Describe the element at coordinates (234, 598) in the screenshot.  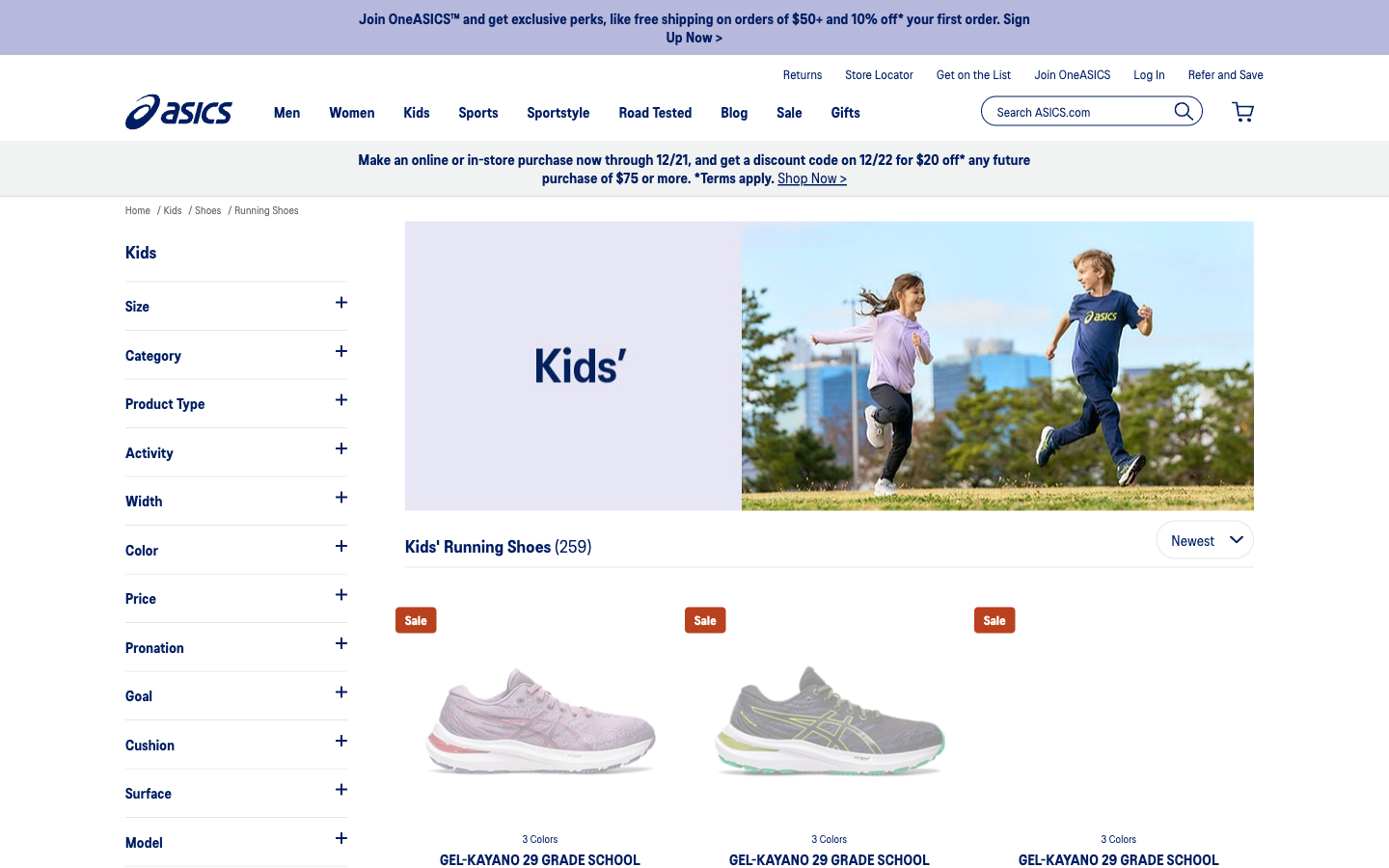
I see `Validate the price range for children"s shoes` at that location.